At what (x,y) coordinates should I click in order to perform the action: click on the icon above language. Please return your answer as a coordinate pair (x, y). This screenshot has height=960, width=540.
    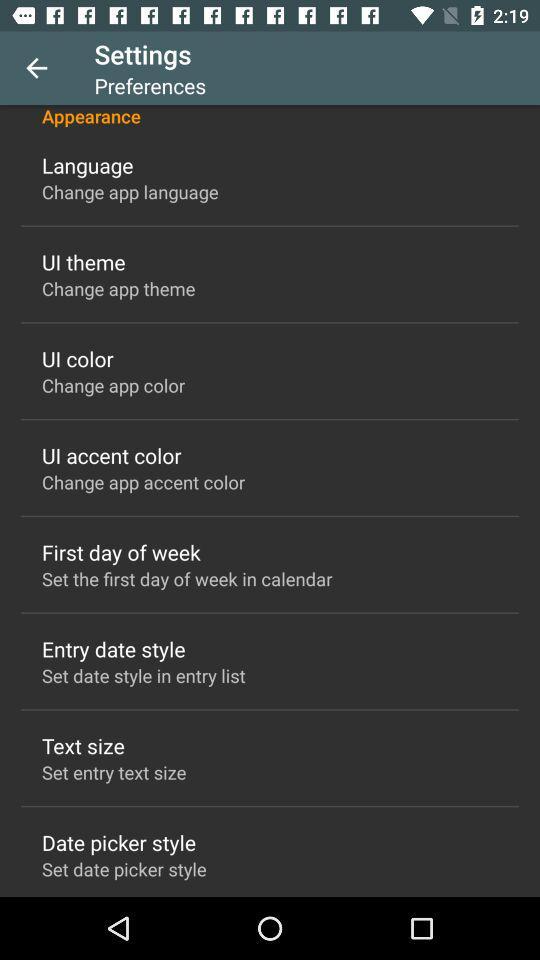
    Looking at the image, I should click on (270, 116).